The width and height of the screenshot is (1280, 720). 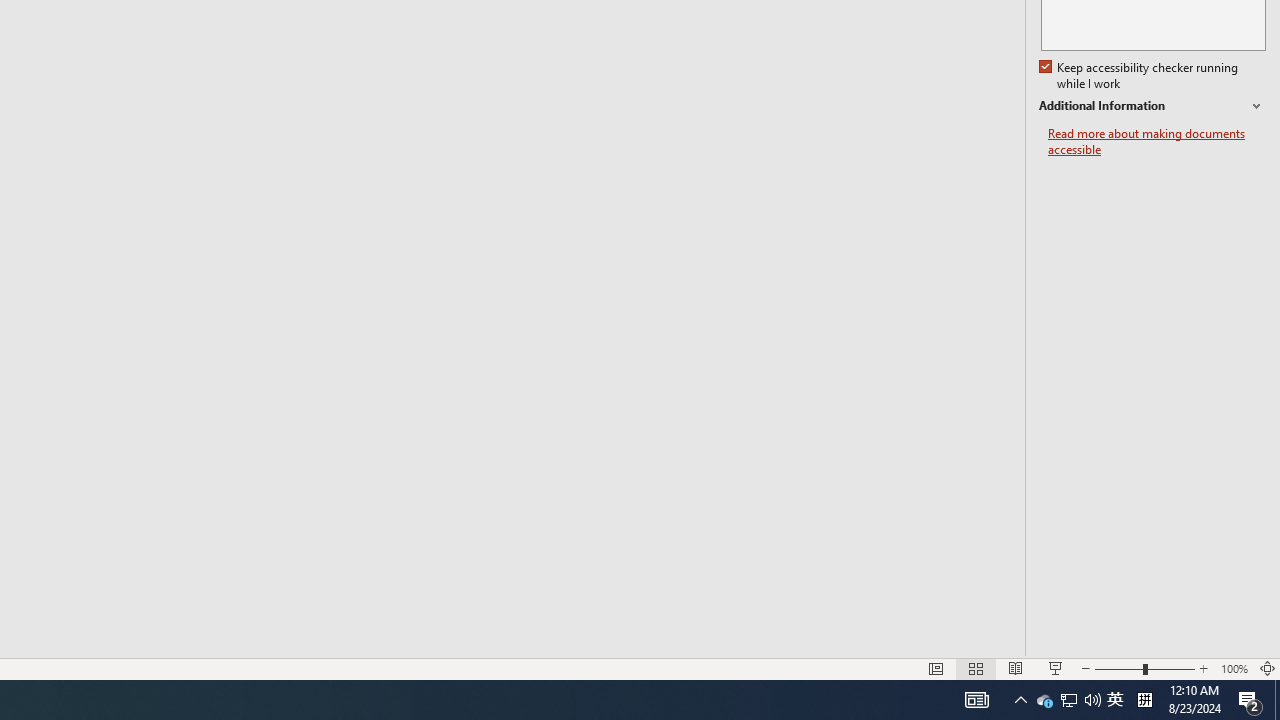 What do you see at coordinates (1152, 106) in the screenshot?
I see `'Additional Information'` at bounding box center [1152, 106].